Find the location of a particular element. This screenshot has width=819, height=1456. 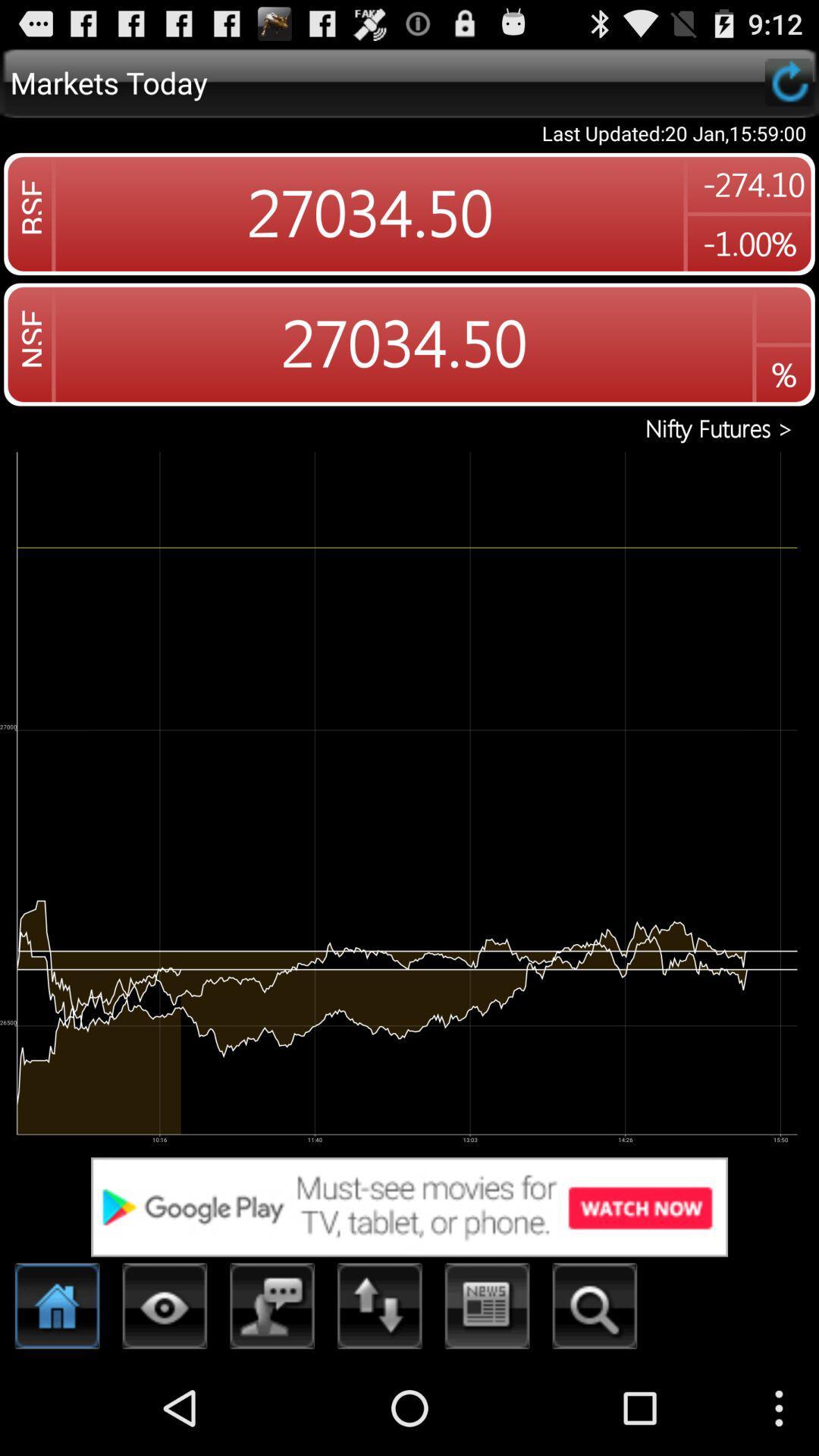

reading mode is located at coordinates (165, 1310).